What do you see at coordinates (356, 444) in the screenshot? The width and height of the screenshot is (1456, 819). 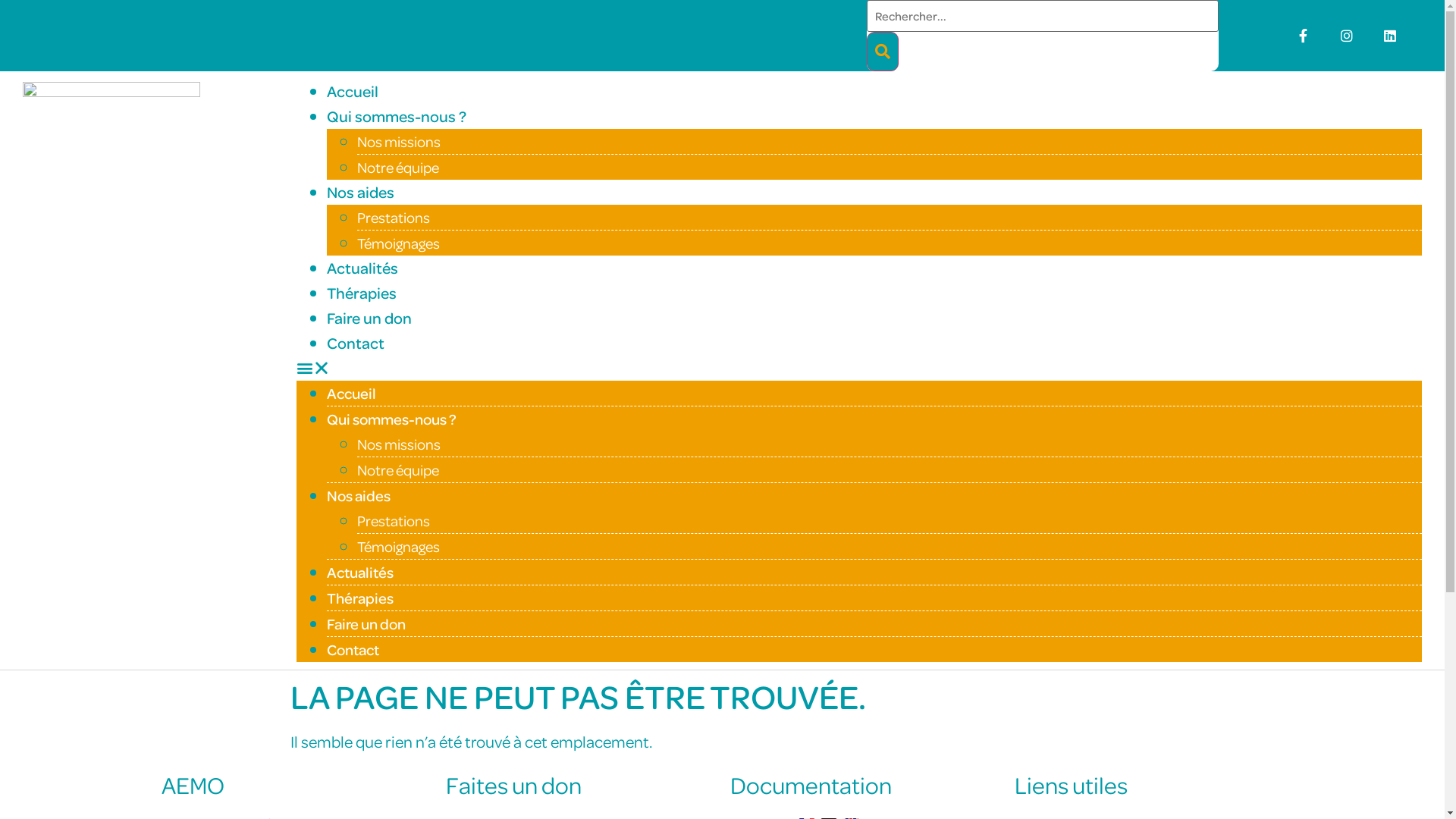 I see `'Nos missions'` at bounding box center [356, 444].